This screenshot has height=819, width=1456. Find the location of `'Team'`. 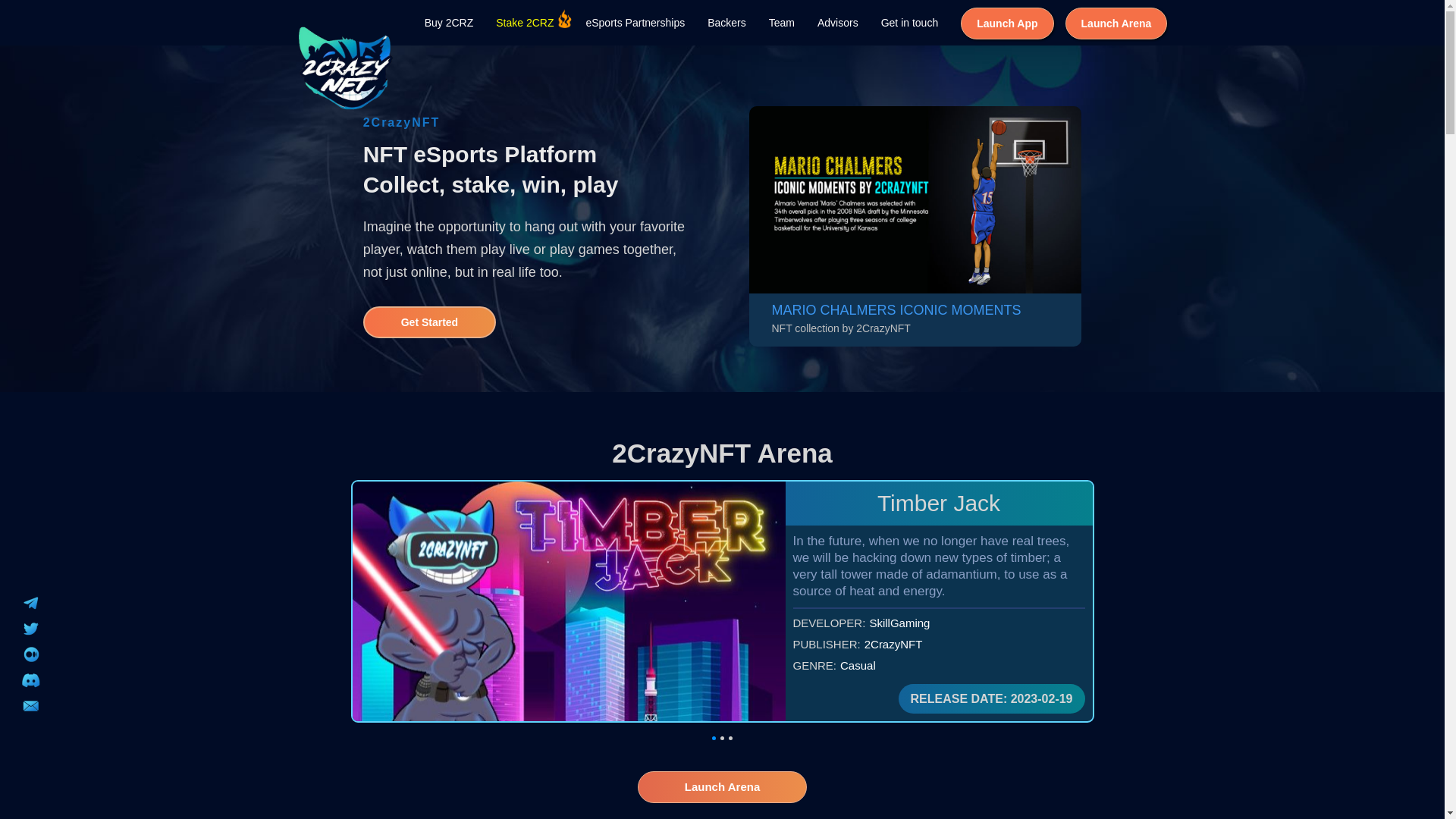

'Team' is located at coordinates (782, 23).